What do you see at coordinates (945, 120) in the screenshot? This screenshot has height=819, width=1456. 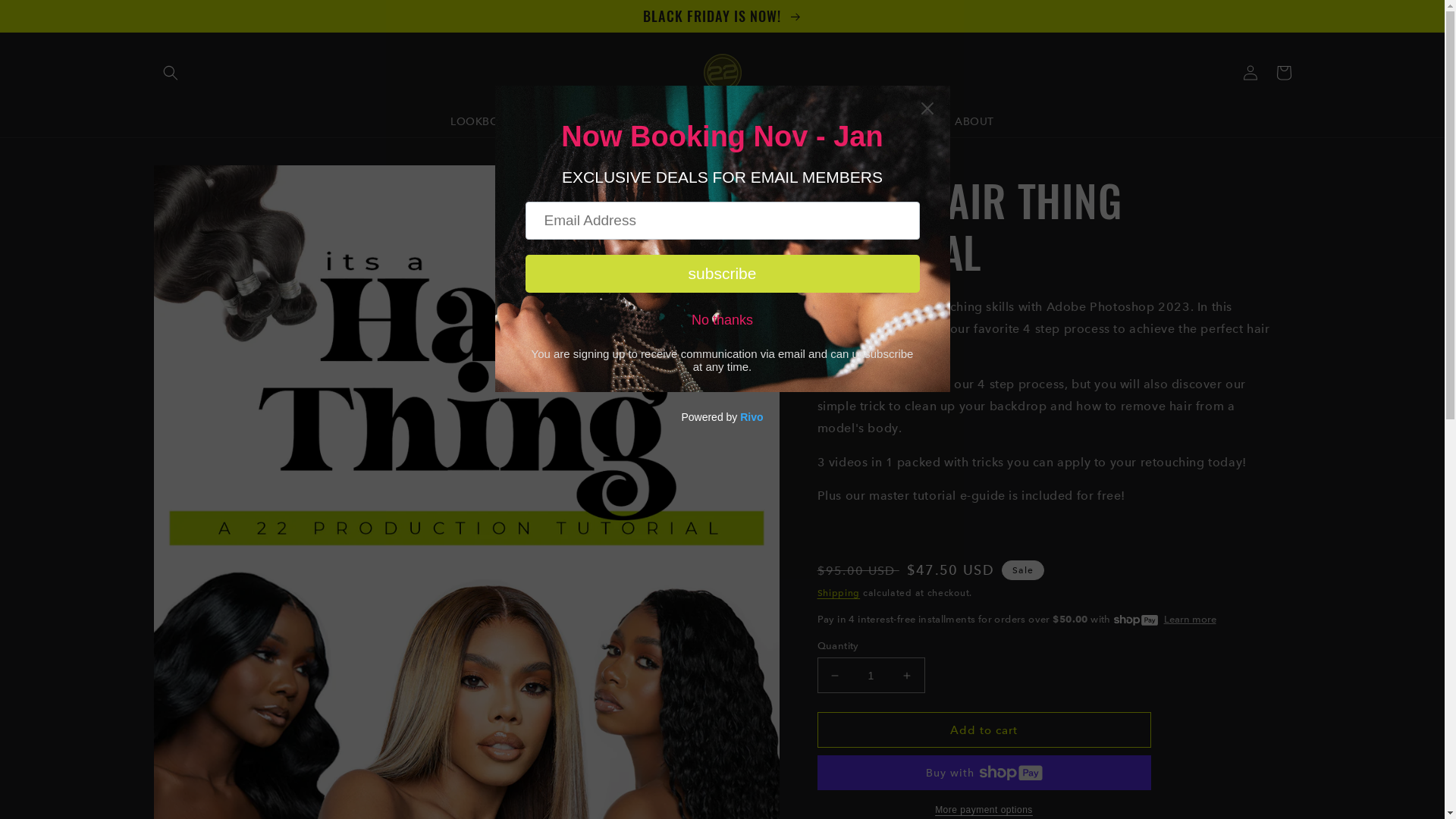 I see `'ABOUT'` at bounding box center [945, 120].